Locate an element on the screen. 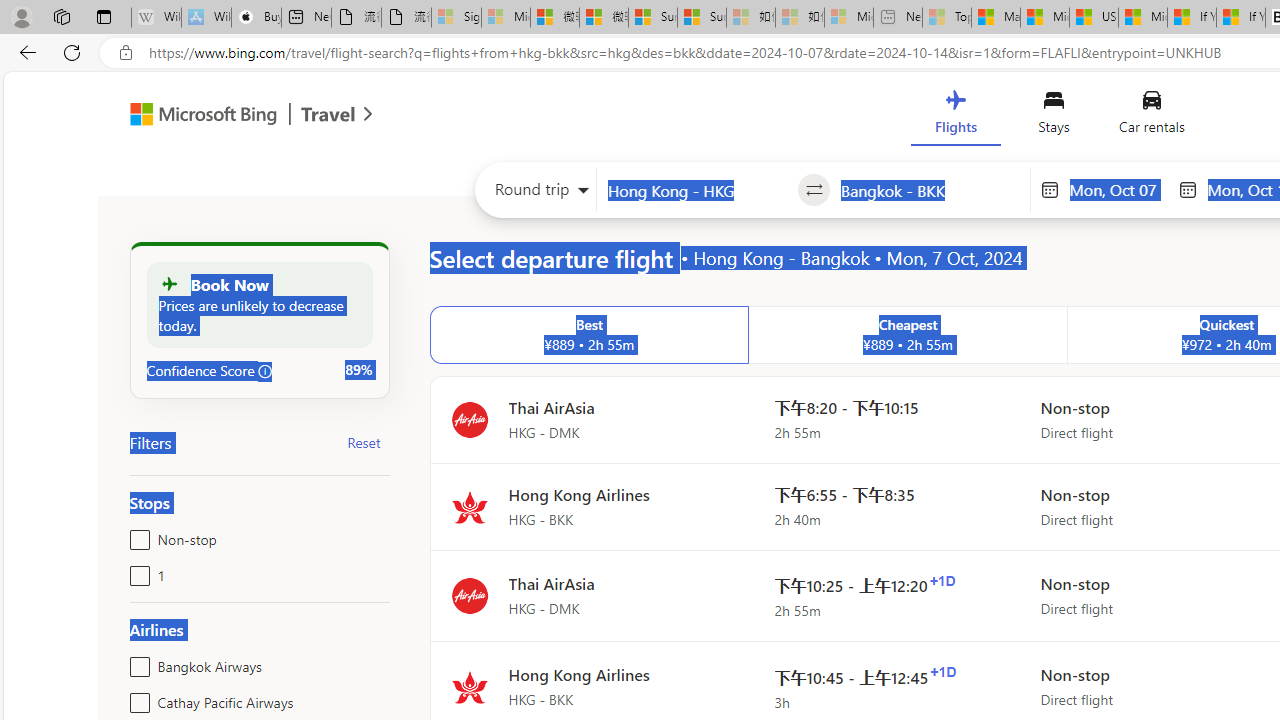 This screenshot has height=720, width=1280. 'Select trip type' is located at coordinates (536, 194).